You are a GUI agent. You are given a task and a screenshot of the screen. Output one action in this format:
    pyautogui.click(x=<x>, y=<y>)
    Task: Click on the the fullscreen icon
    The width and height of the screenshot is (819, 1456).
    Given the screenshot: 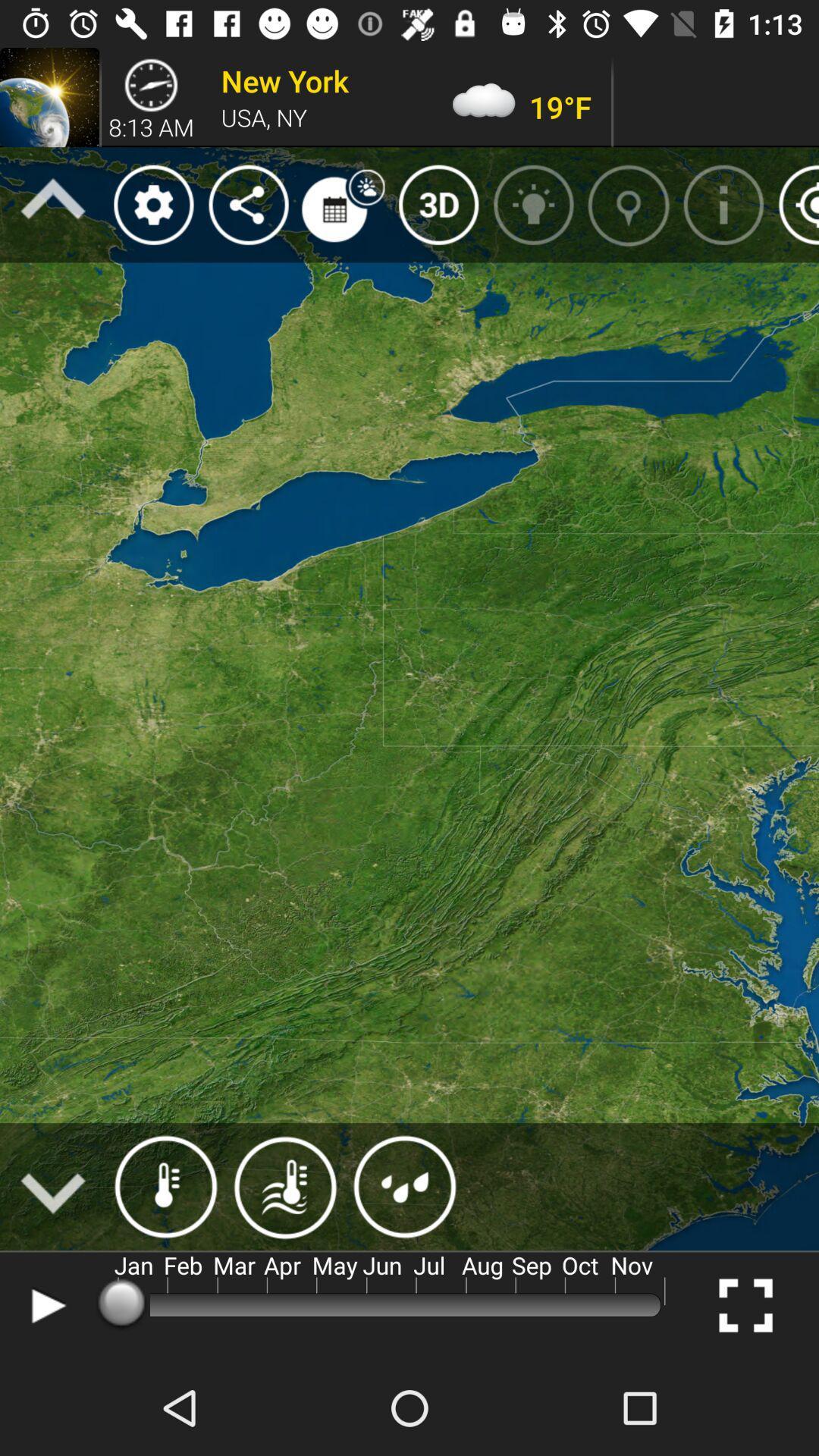 What is the action you would take?
    pyautogui.click(x=745, y=1304)
    